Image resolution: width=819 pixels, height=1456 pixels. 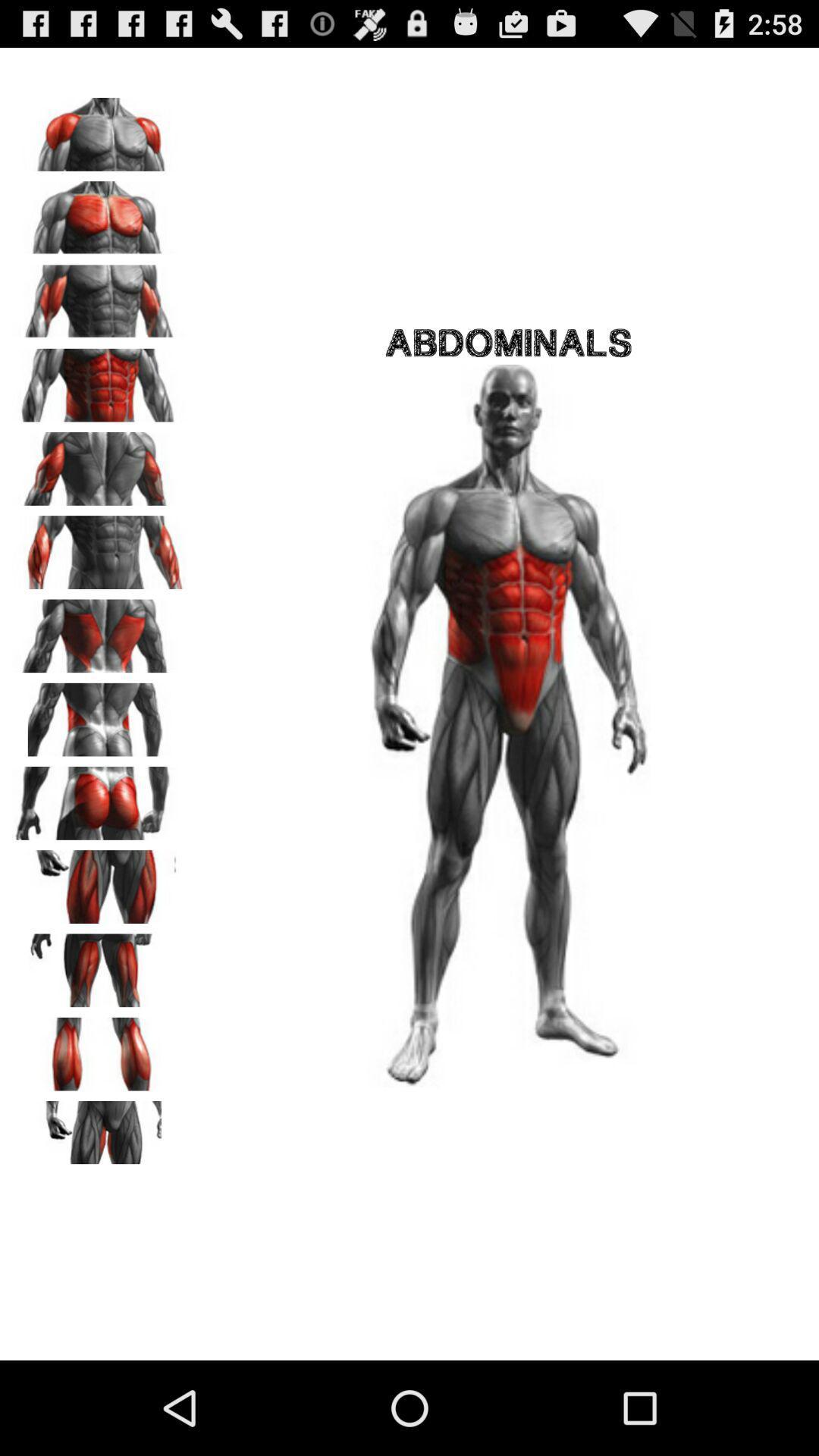 What do you see at coordinates (99, 1132) in the screenshot?
I see `show more` at bounding box center [99, 1132].